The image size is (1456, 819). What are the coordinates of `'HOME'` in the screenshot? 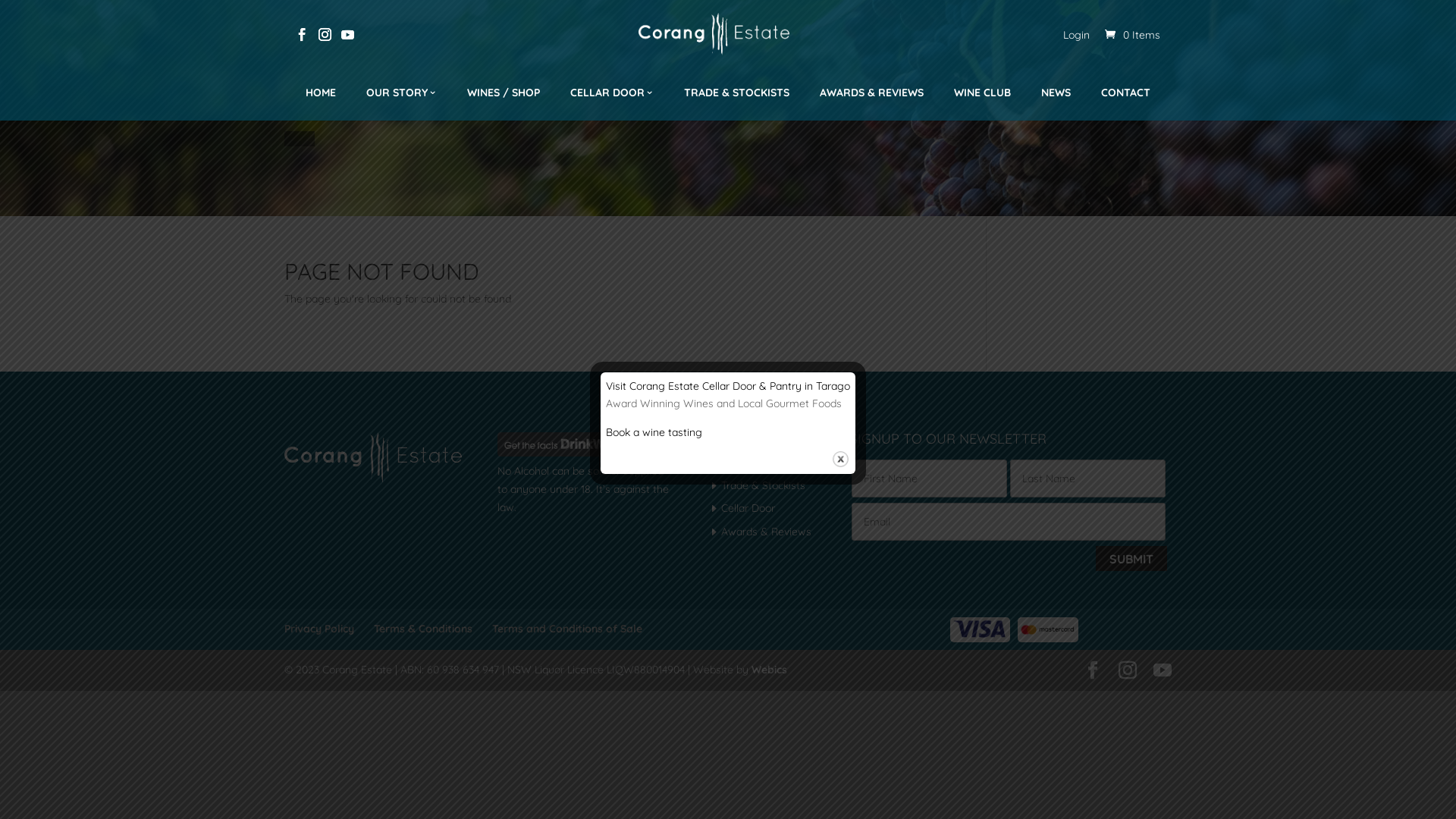 It's located at (319, 93).